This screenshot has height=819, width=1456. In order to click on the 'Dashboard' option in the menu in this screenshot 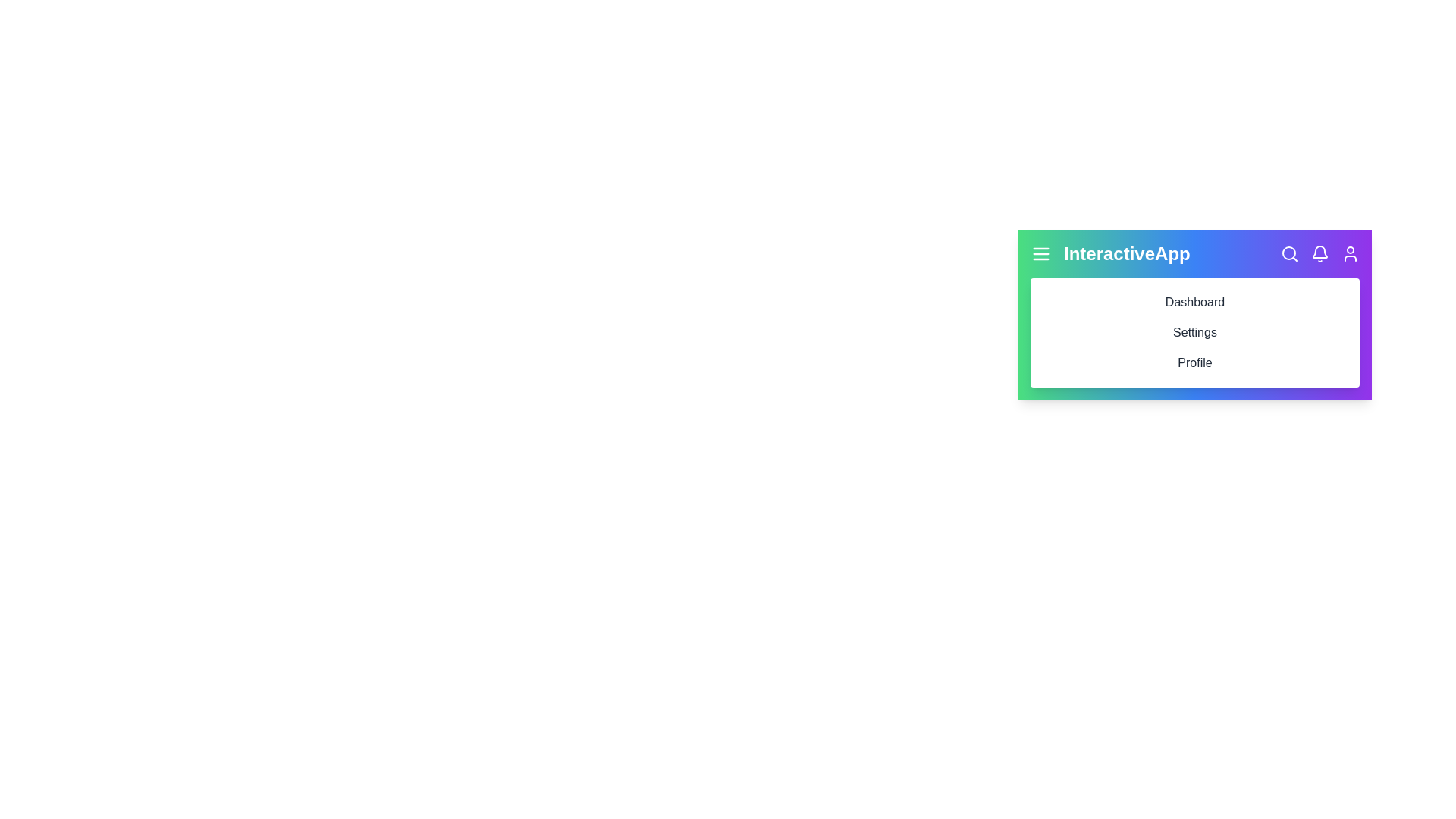, I will do `click(1194, 302)`.